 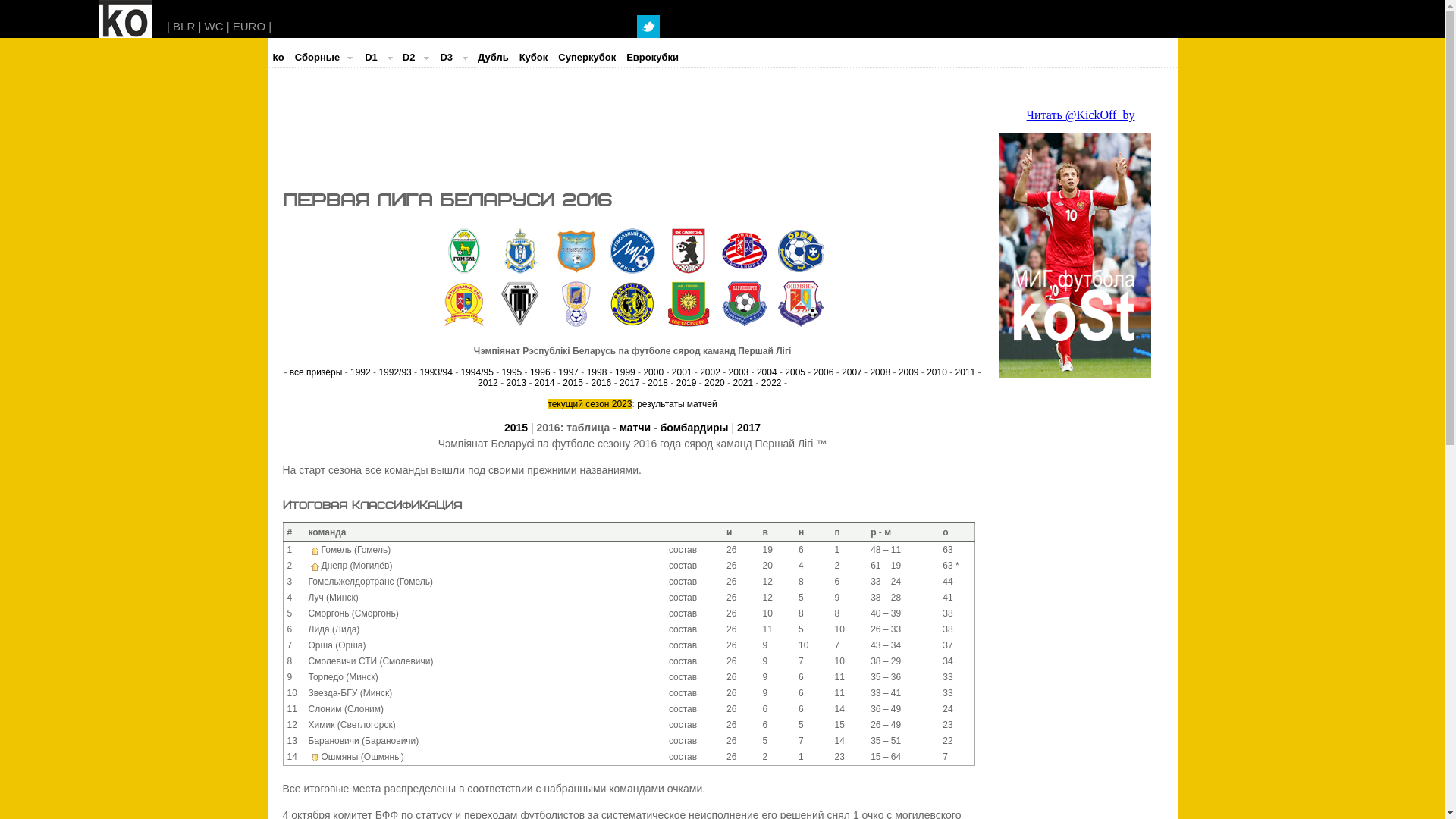 What do you see at coordinates (785, 372) in the screenshot?
I see `'2005'` at bounding box center [785, 372].